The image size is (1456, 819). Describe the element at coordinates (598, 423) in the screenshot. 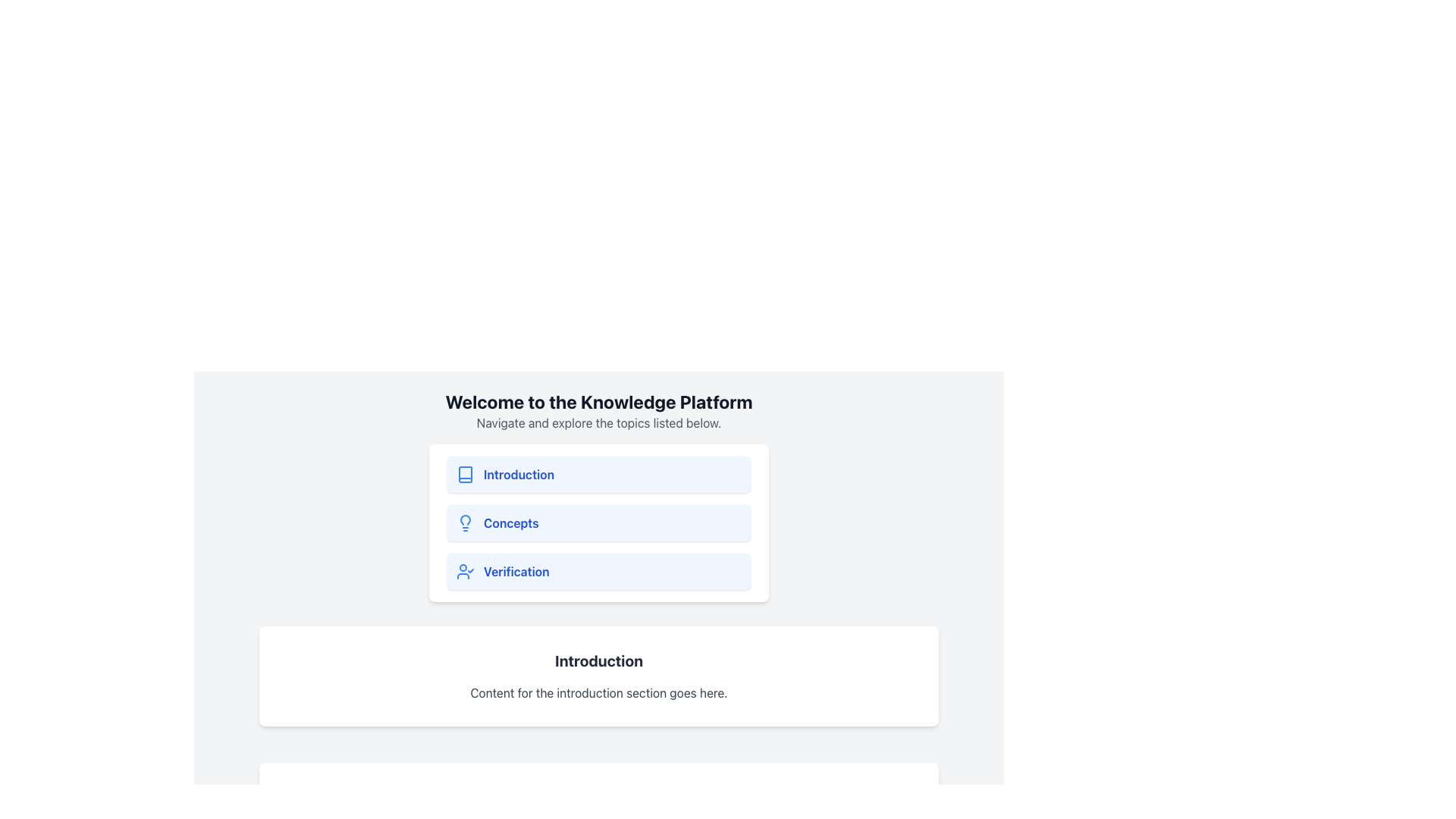

I see `instruction provided by the text label located directly beneath the heading 'Welcome to the Knowledge Platform.'` at that location.